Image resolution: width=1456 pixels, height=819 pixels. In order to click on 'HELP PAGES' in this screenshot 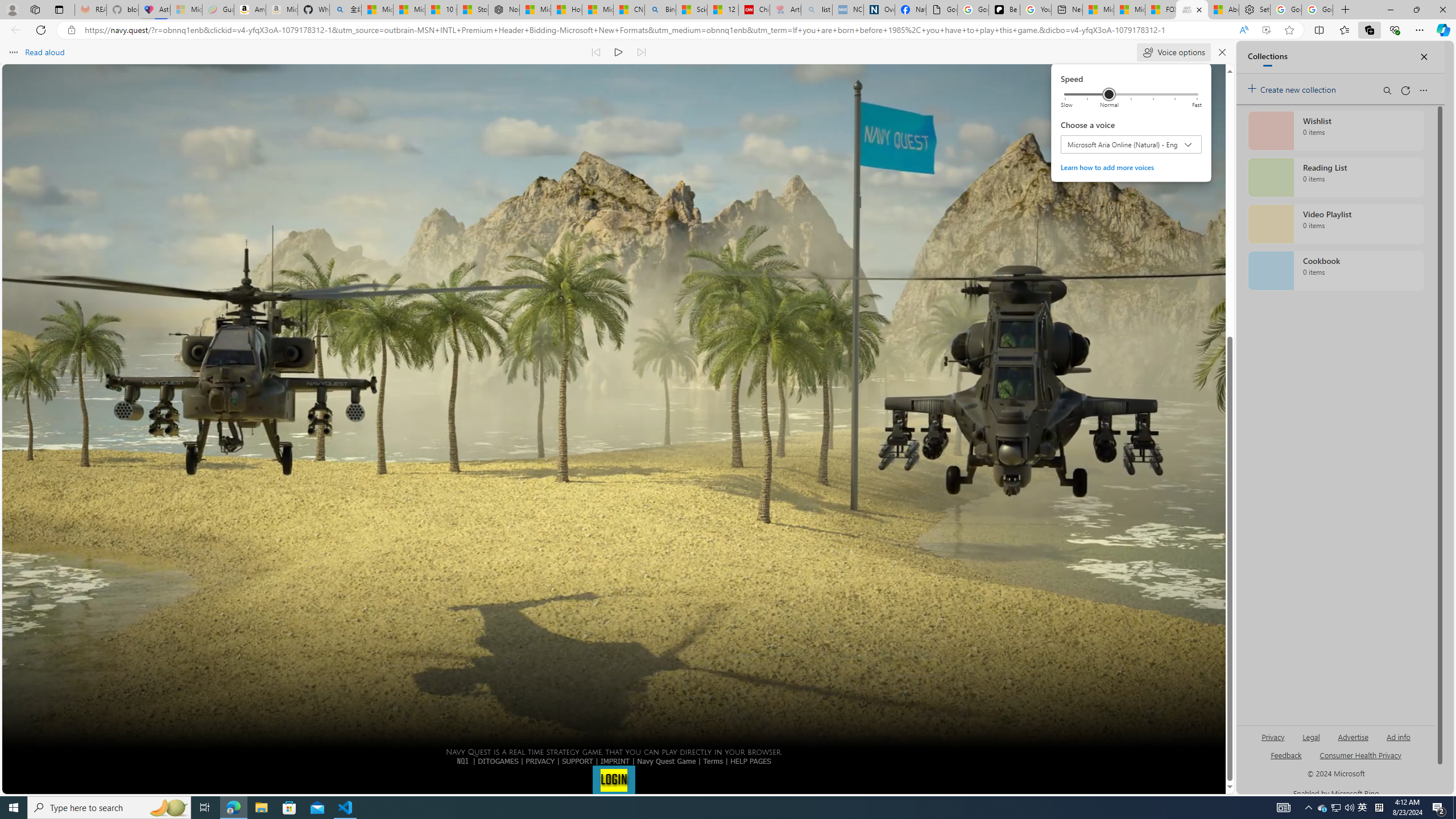, I will do `click(751, 760)`.